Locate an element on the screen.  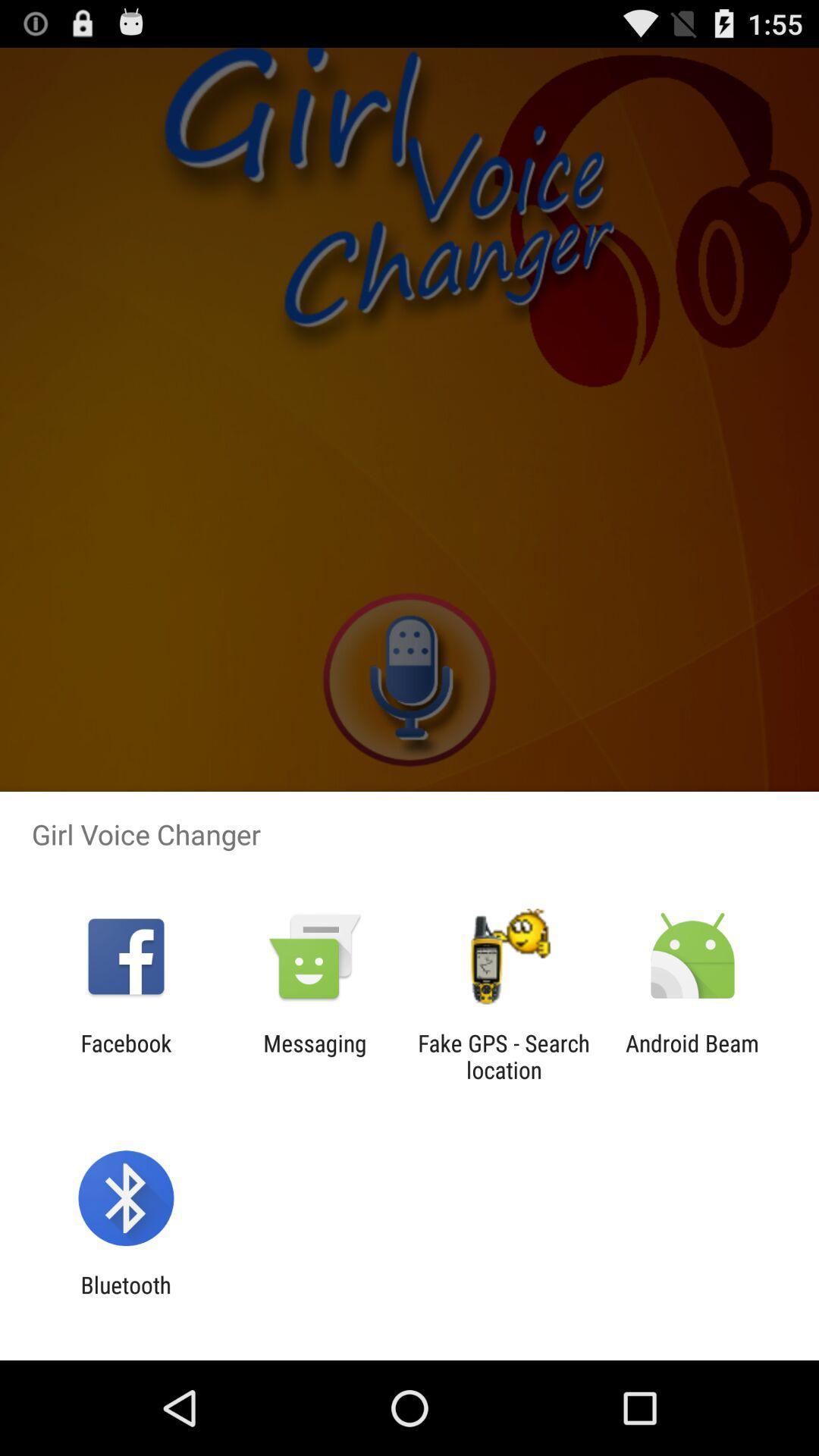
bluetooth is located at coordinates (125, 1298).